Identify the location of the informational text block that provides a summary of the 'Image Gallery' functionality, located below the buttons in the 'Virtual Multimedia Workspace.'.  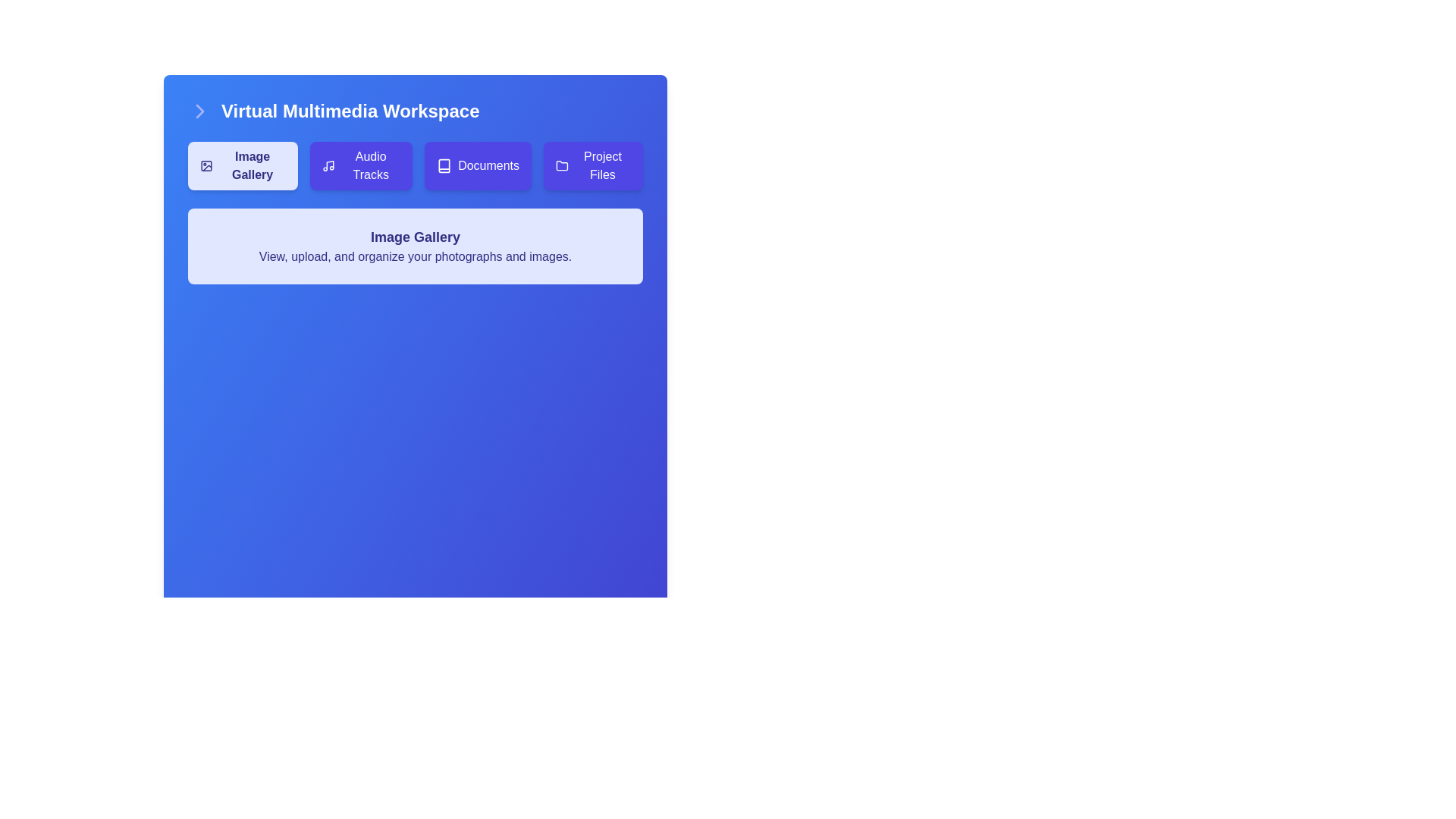
(415, 245).